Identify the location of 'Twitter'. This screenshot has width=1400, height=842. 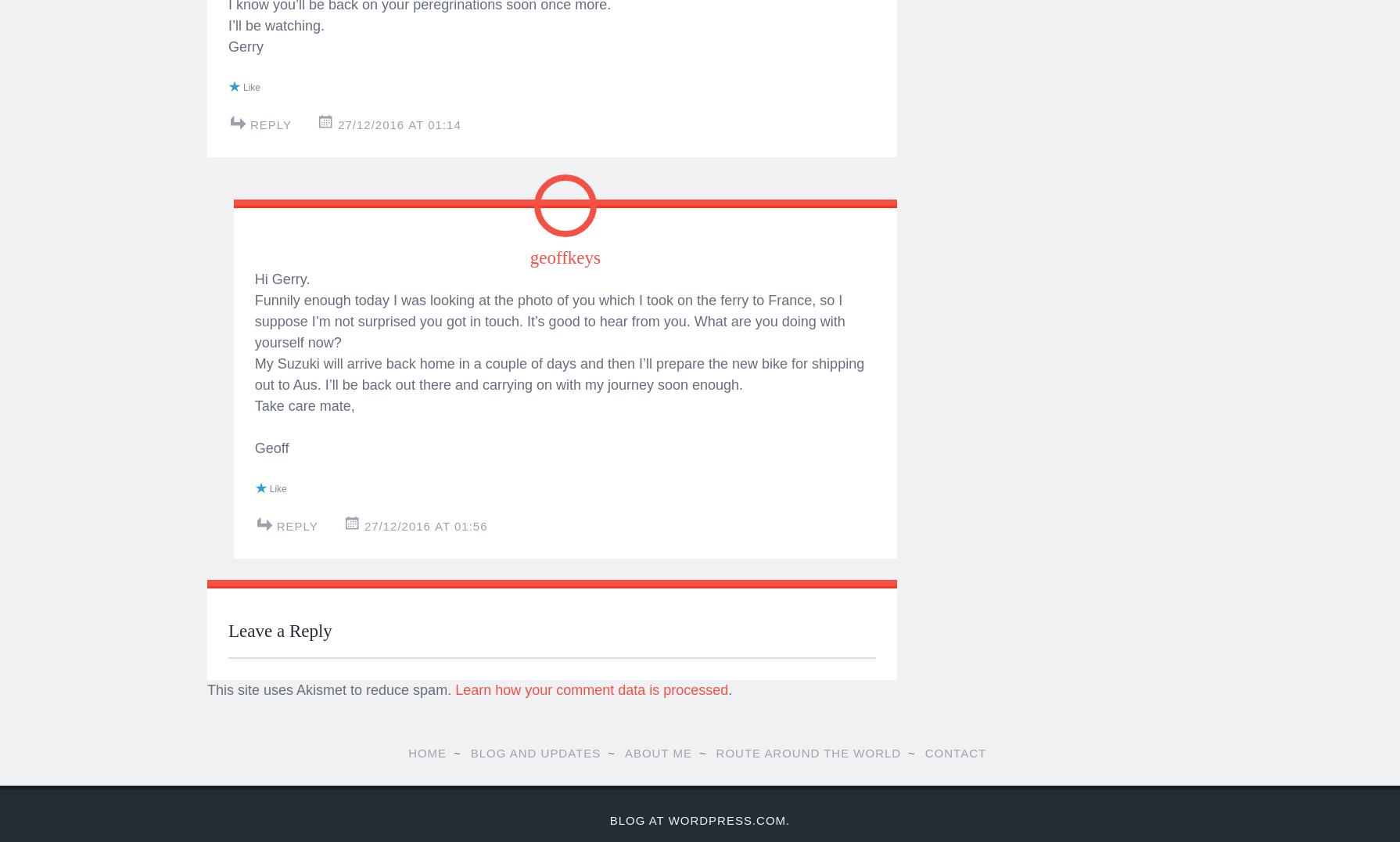
(271, 64).